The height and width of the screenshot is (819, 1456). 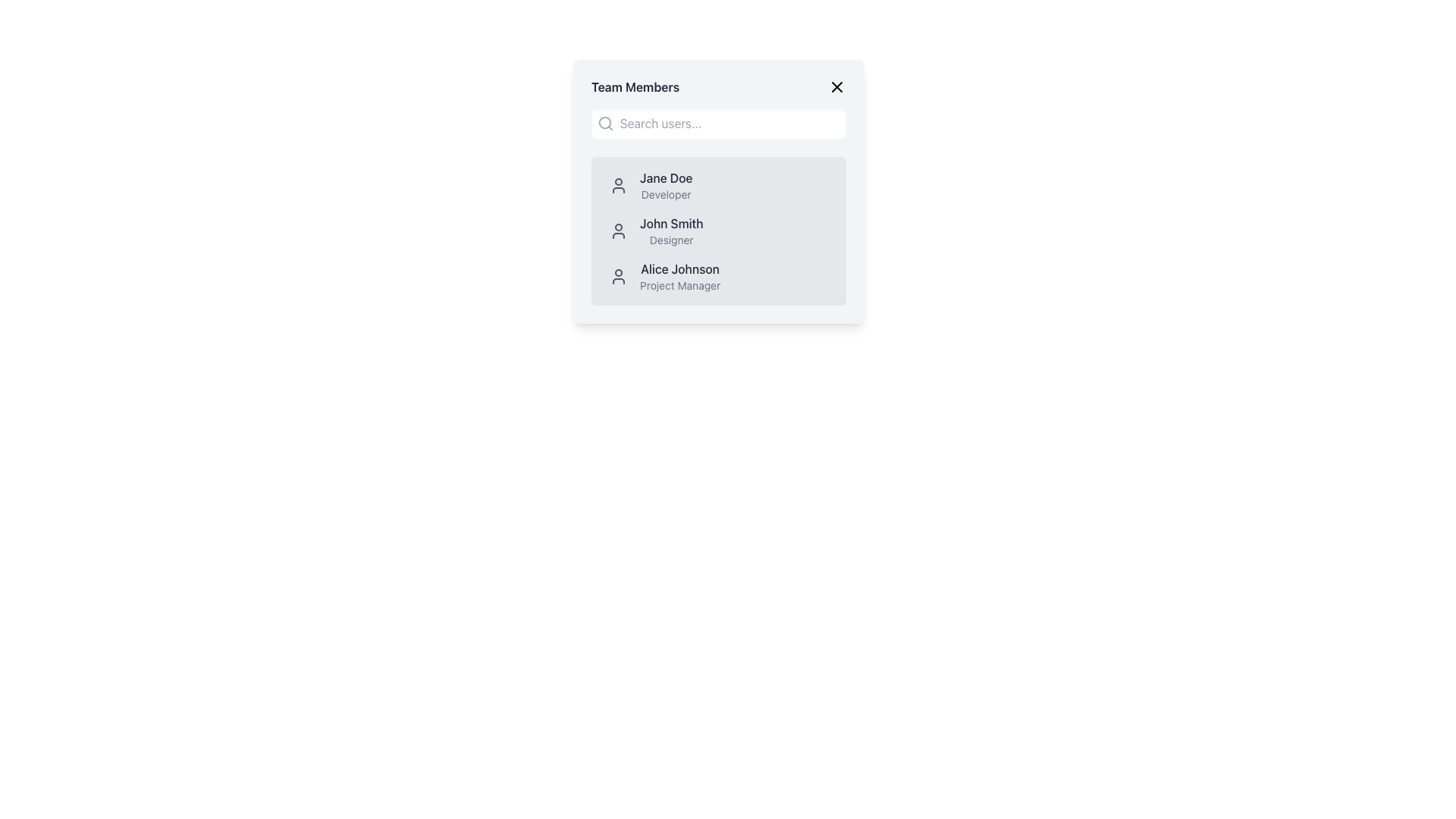 What do you see at coordinates (619, 185) in the screenshot?
I see `the user profile icon representing Jane Doe` at bounding box center [619, 185].